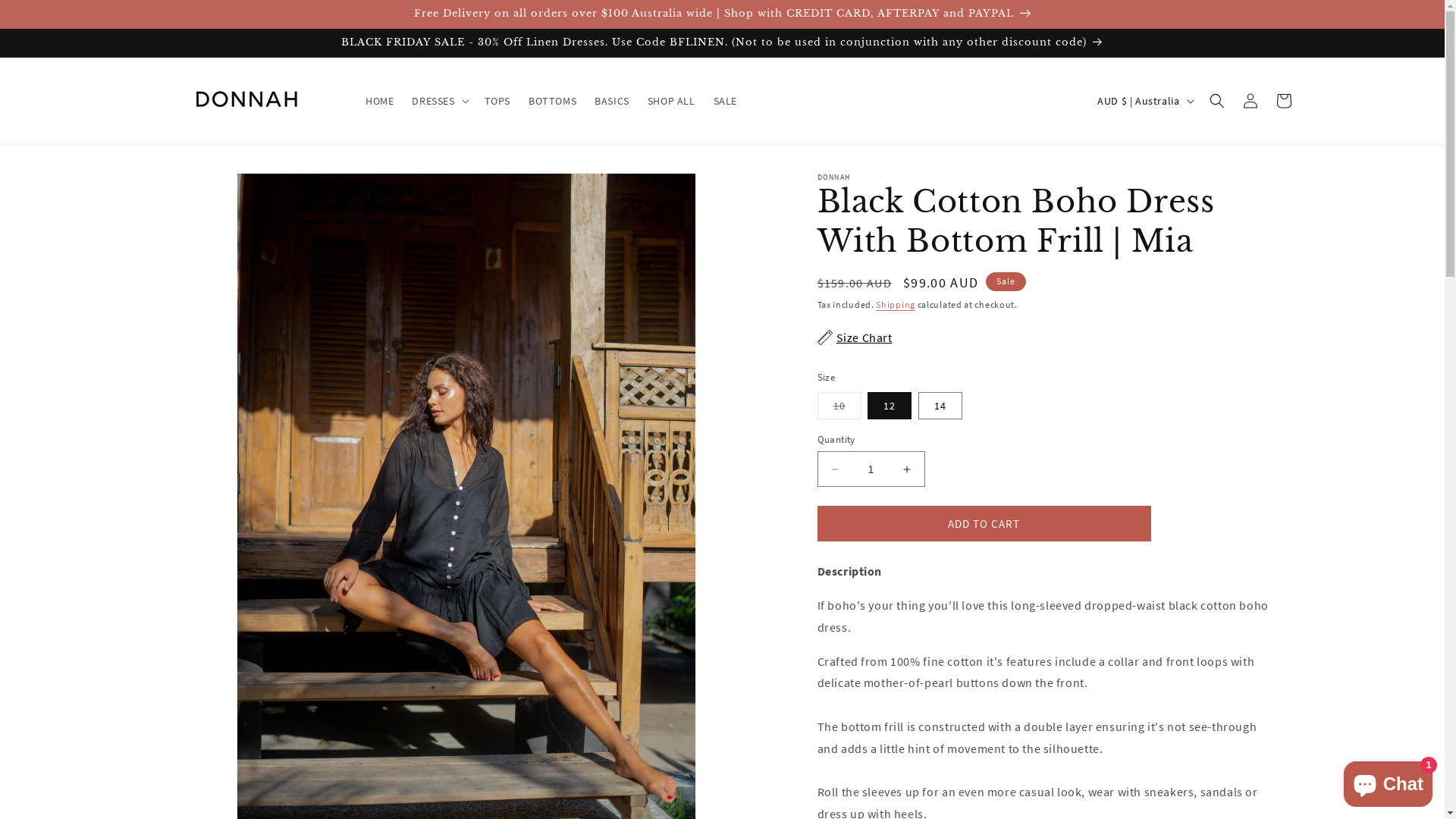  Describe the element at coordinates (551, 100) in the screenshot. I see `'BOTTOMS'` at that location.